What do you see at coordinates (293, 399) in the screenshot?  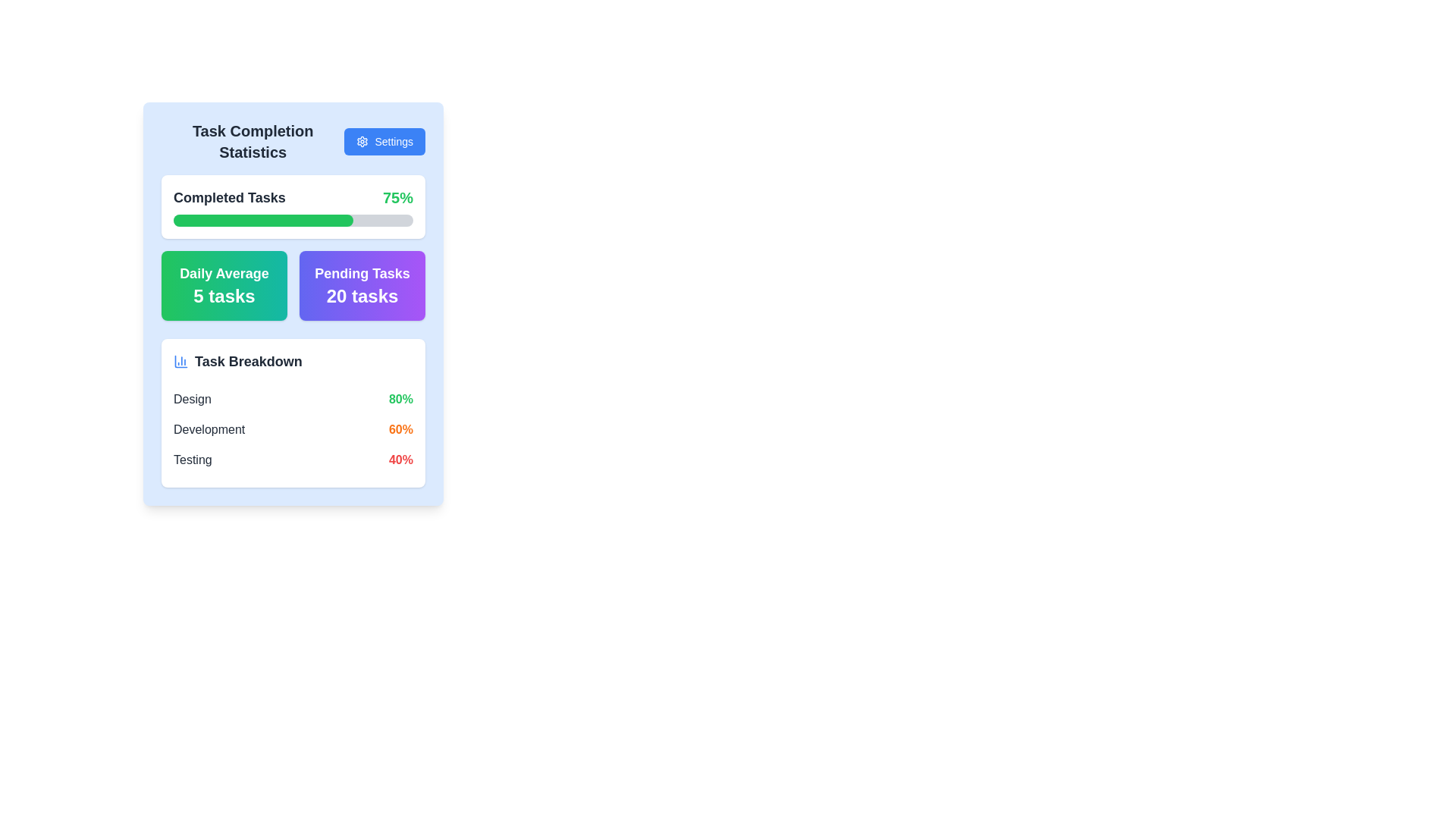 I see `the first descriptive row in the 'Task Breakdown' table that associates the 'Design' task with an '80%' completion level` at bounding box center [293, 399].